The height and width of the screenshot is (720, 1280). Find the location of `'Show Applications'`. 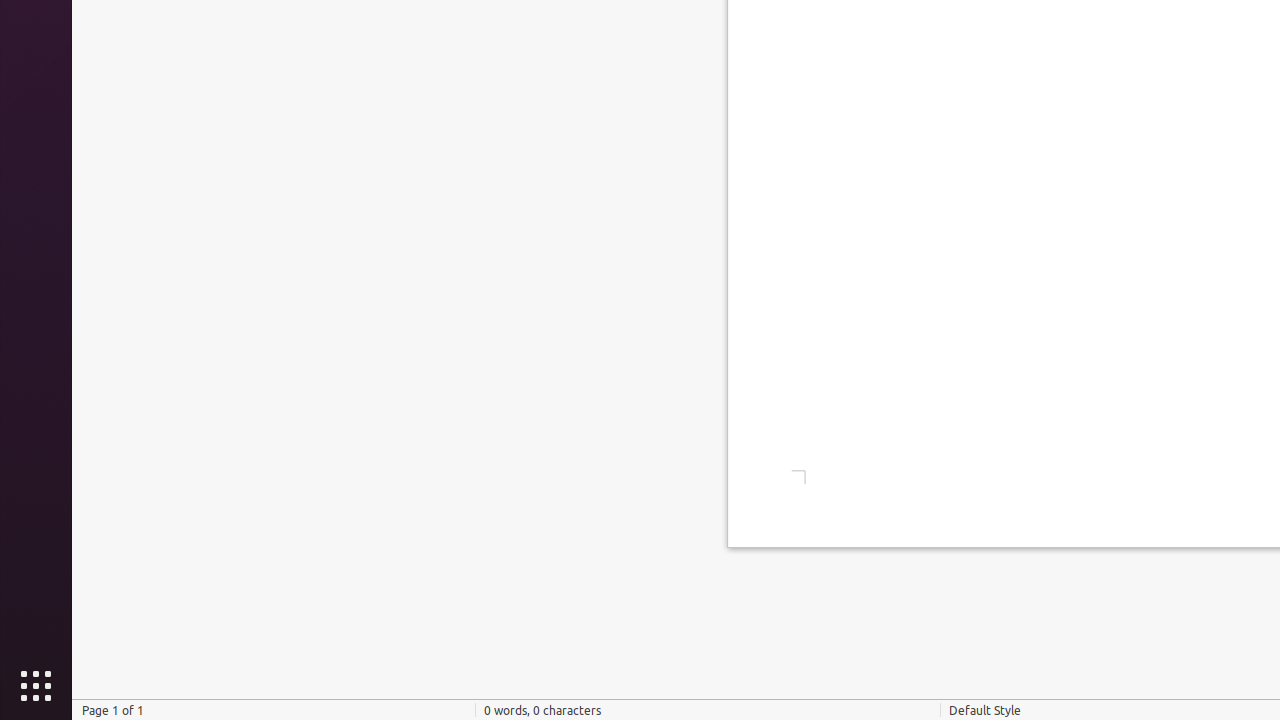

'Show Applications' is located at coordinates (35, 685).